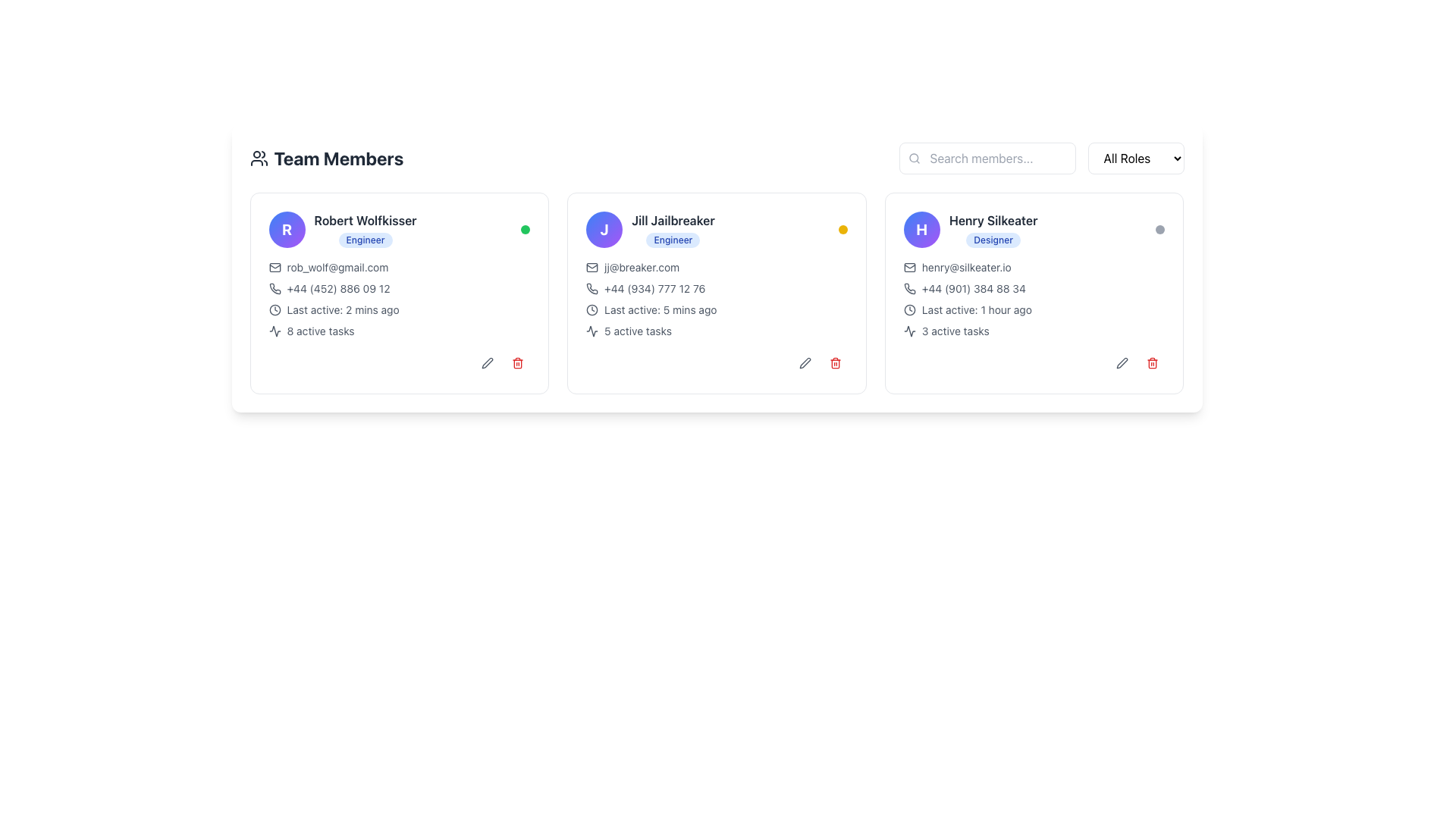  Describe the element at coordinates (1034, 230) in the screenshot. I see `the Profile Header Section displaying the user's avatar, name 'Henry Silkeater', and role 'Designer', located in the top-right card among three horizontally aligned cards` at that location.